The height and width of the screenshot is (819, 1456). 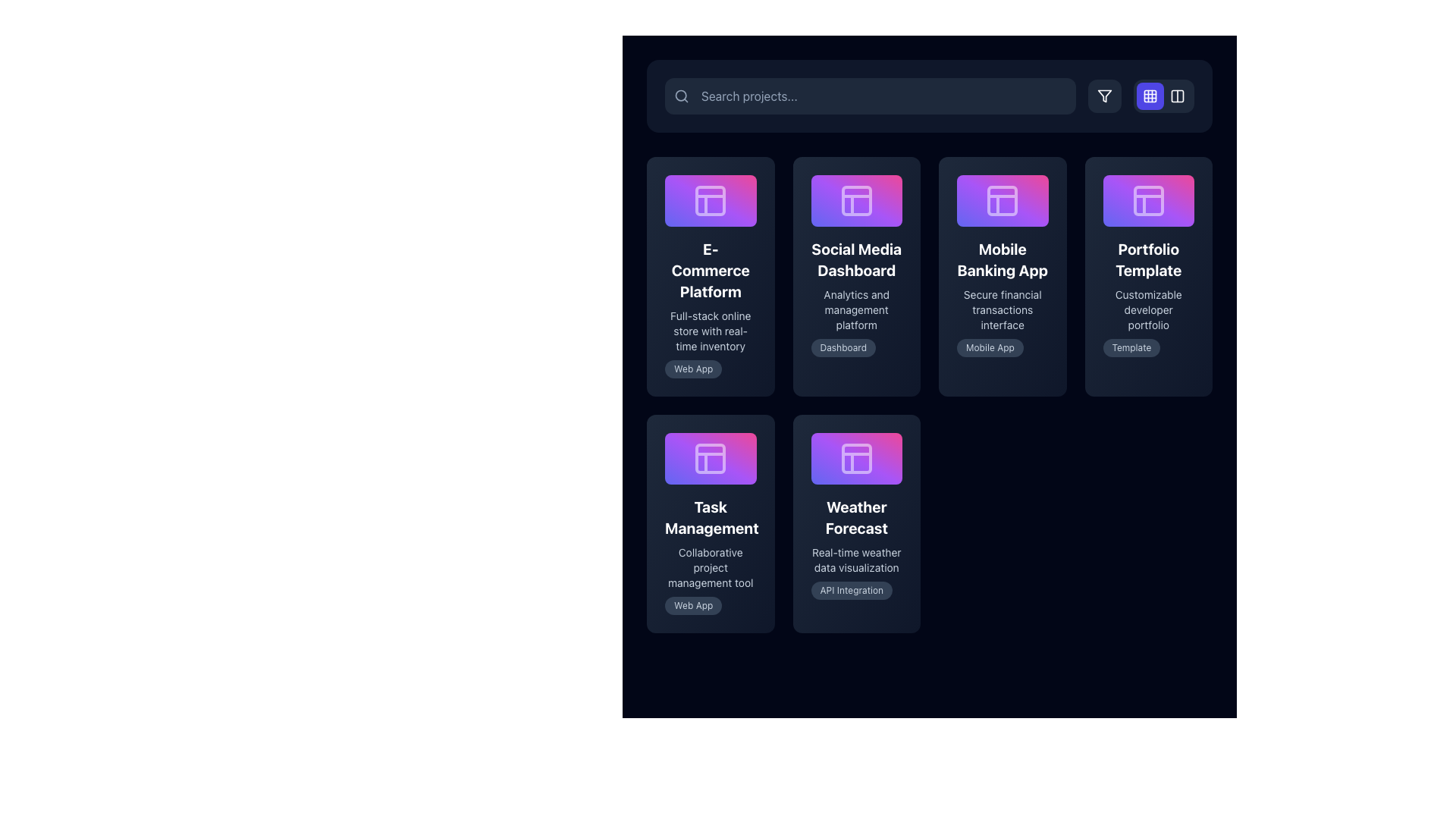 I want to click on the stylized grid icon located at the top-center of the 'Social Media Dashboard' card, so click(x=856, y=199).